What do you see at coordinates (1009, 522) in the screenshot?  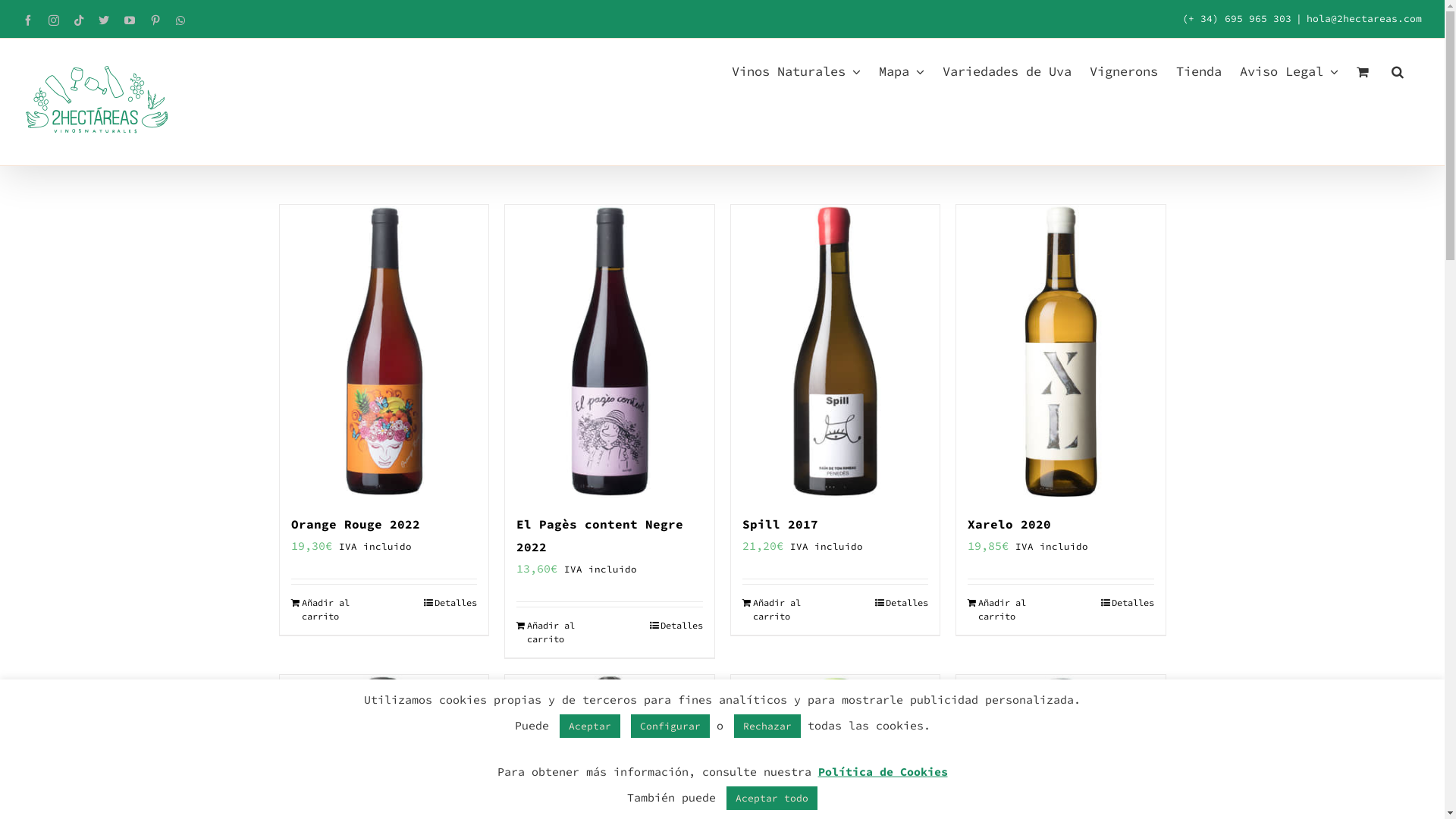 I see `'Xarelo 2020'` at bounding box center [1009, 522].